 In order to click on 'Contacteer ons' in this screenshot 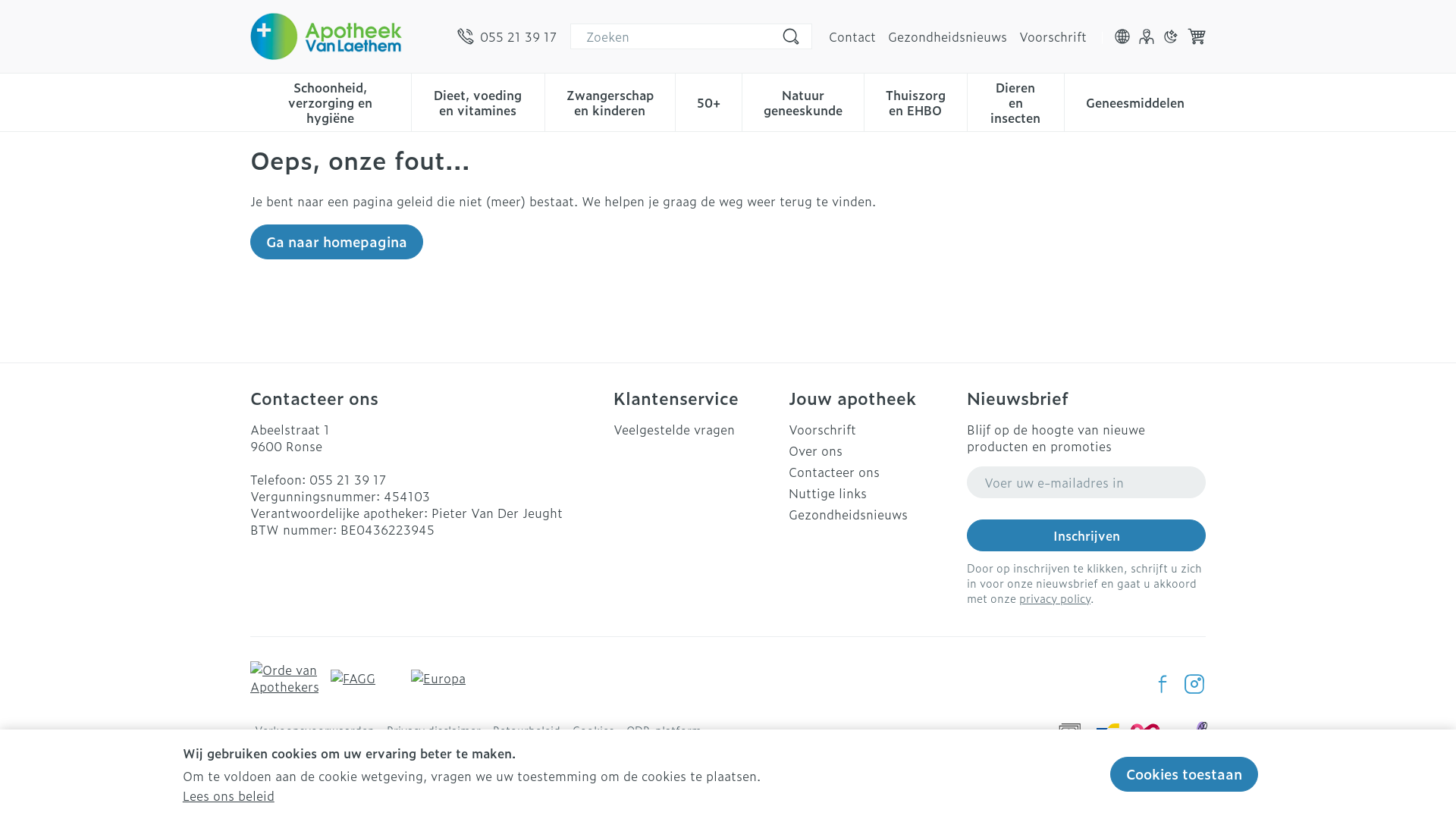, I will do `click(871, 470)`.